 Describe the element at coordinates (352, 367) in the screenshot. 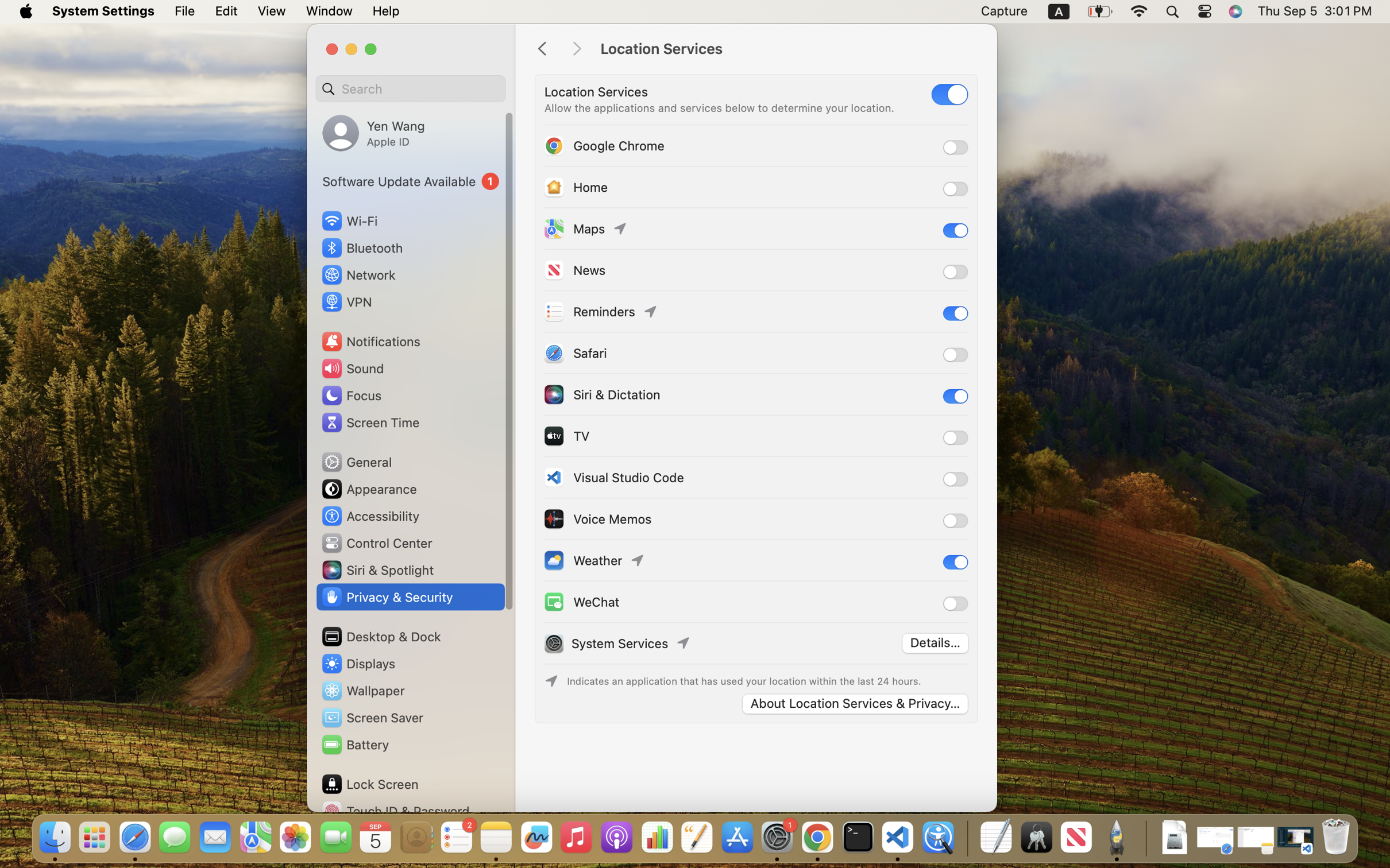

I see `'Sound'` at that location.